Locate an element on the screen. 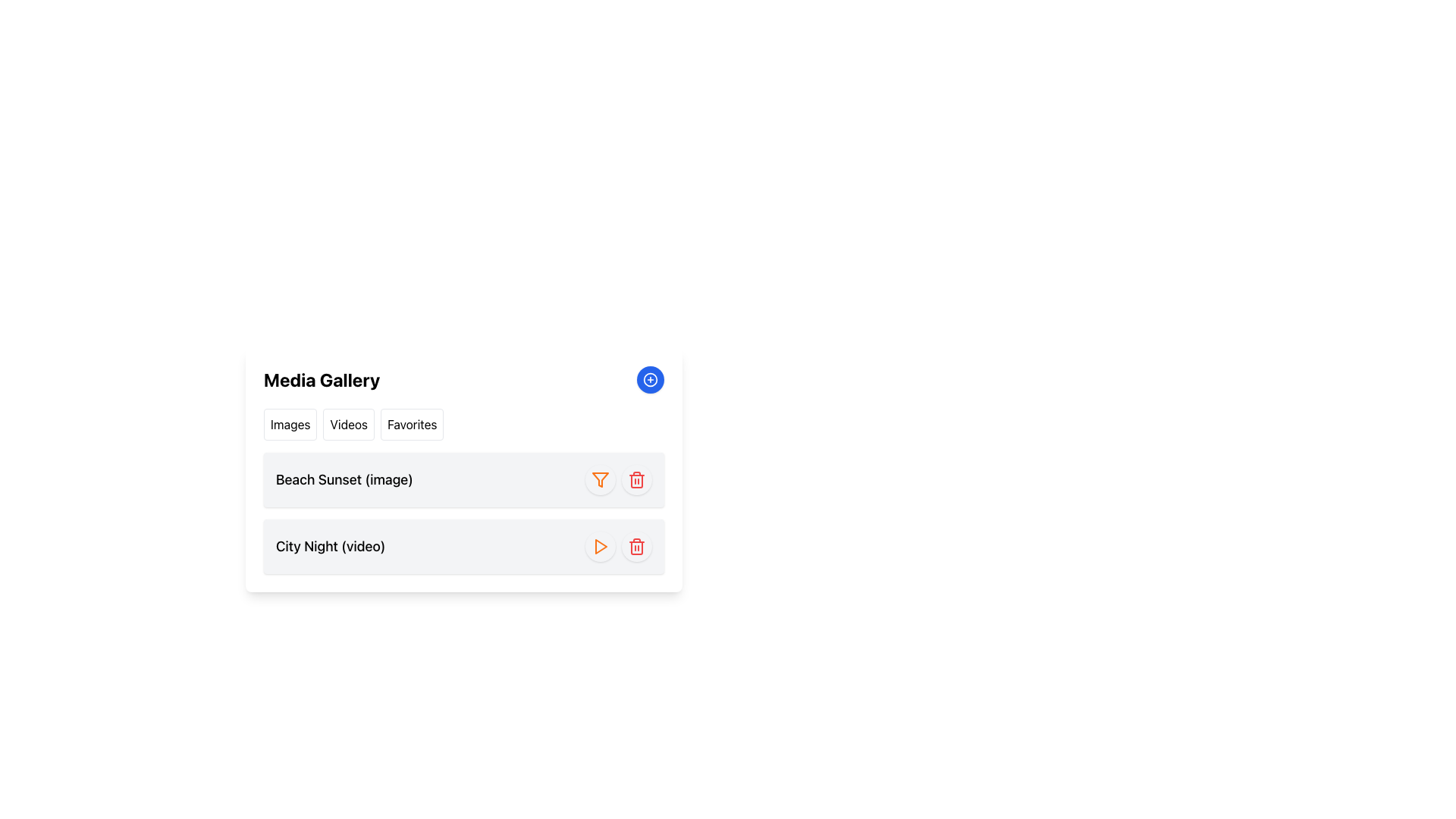  the second item in the vertical list of the 'Media Gallery' section is located at coordinates (463, 513).